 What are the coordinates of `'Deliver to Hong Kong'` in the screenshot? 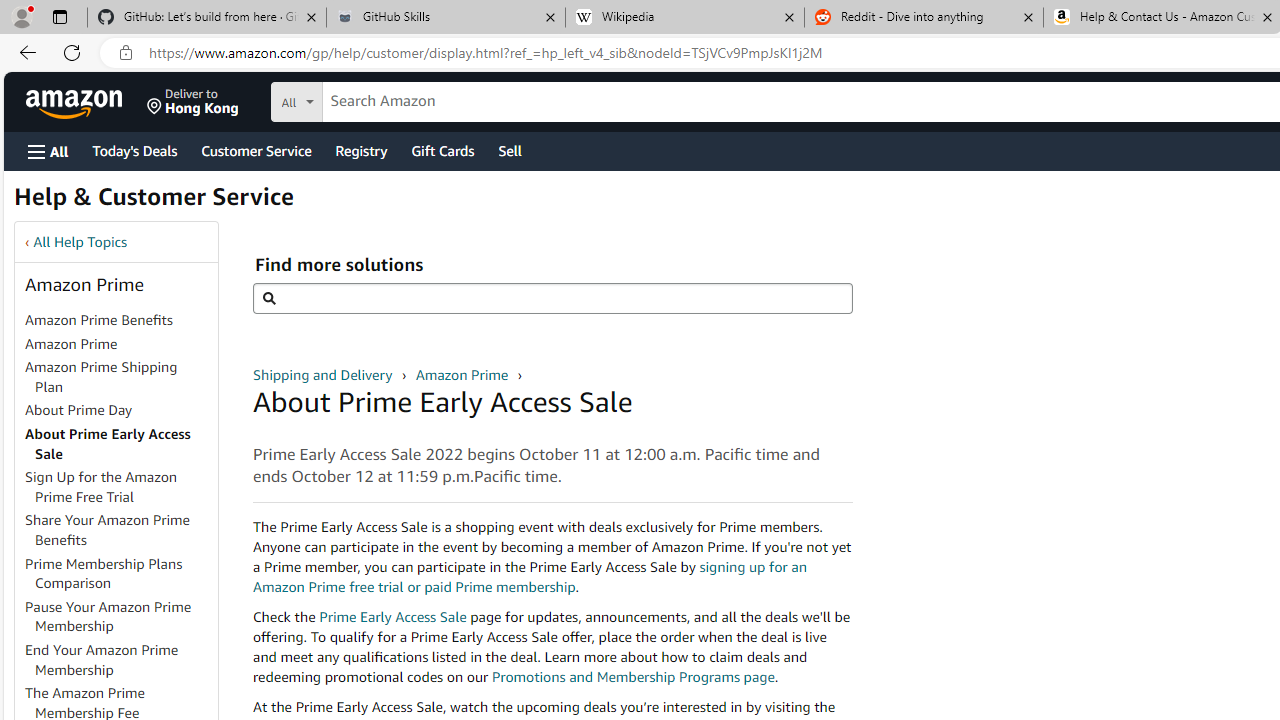 It's located at (193, 101).